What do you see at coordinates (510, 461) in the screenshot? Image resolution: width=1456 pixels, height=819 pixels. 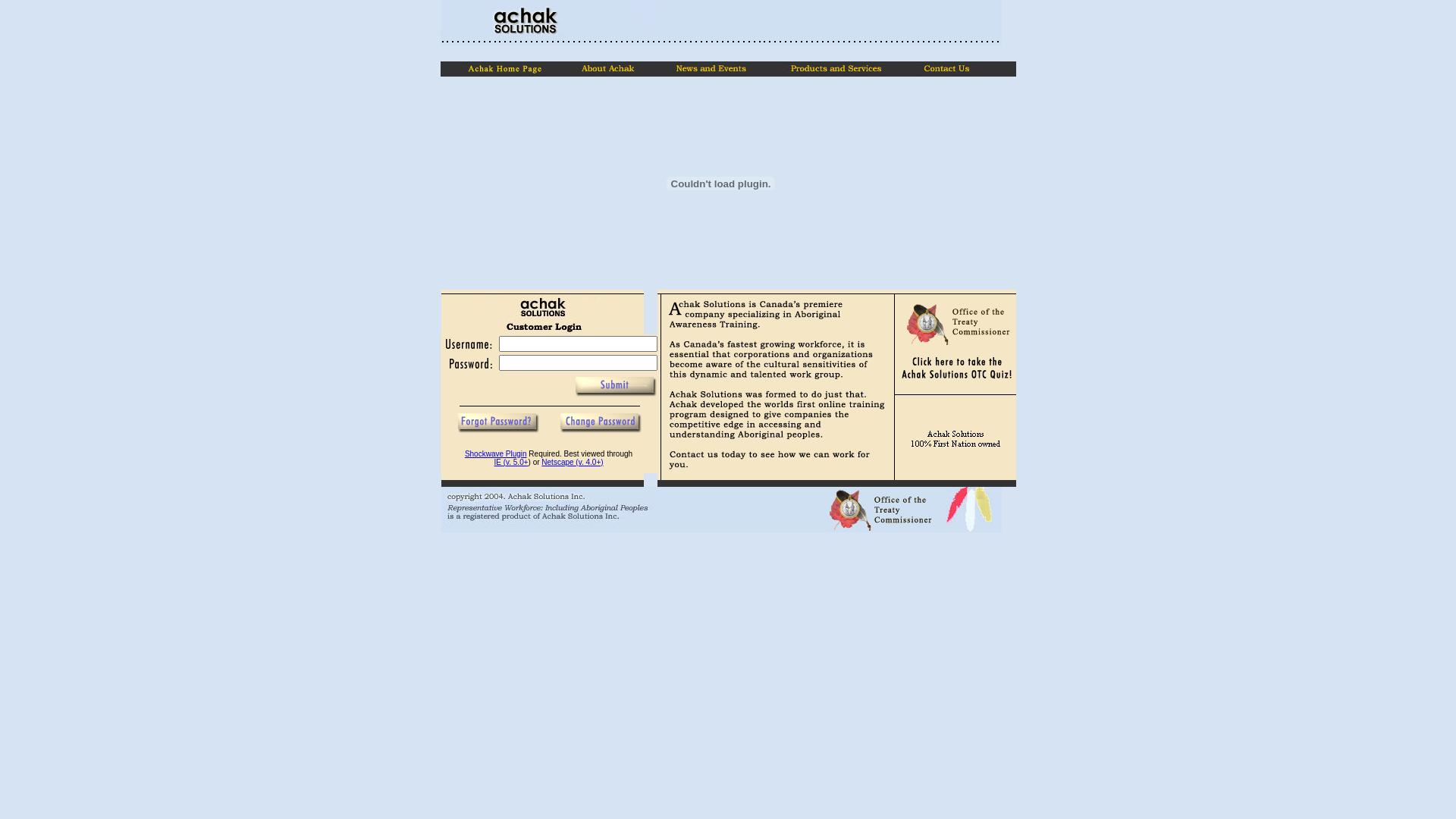 I see `'IE (v. 5.0+'` at bounding box center [510, 461].